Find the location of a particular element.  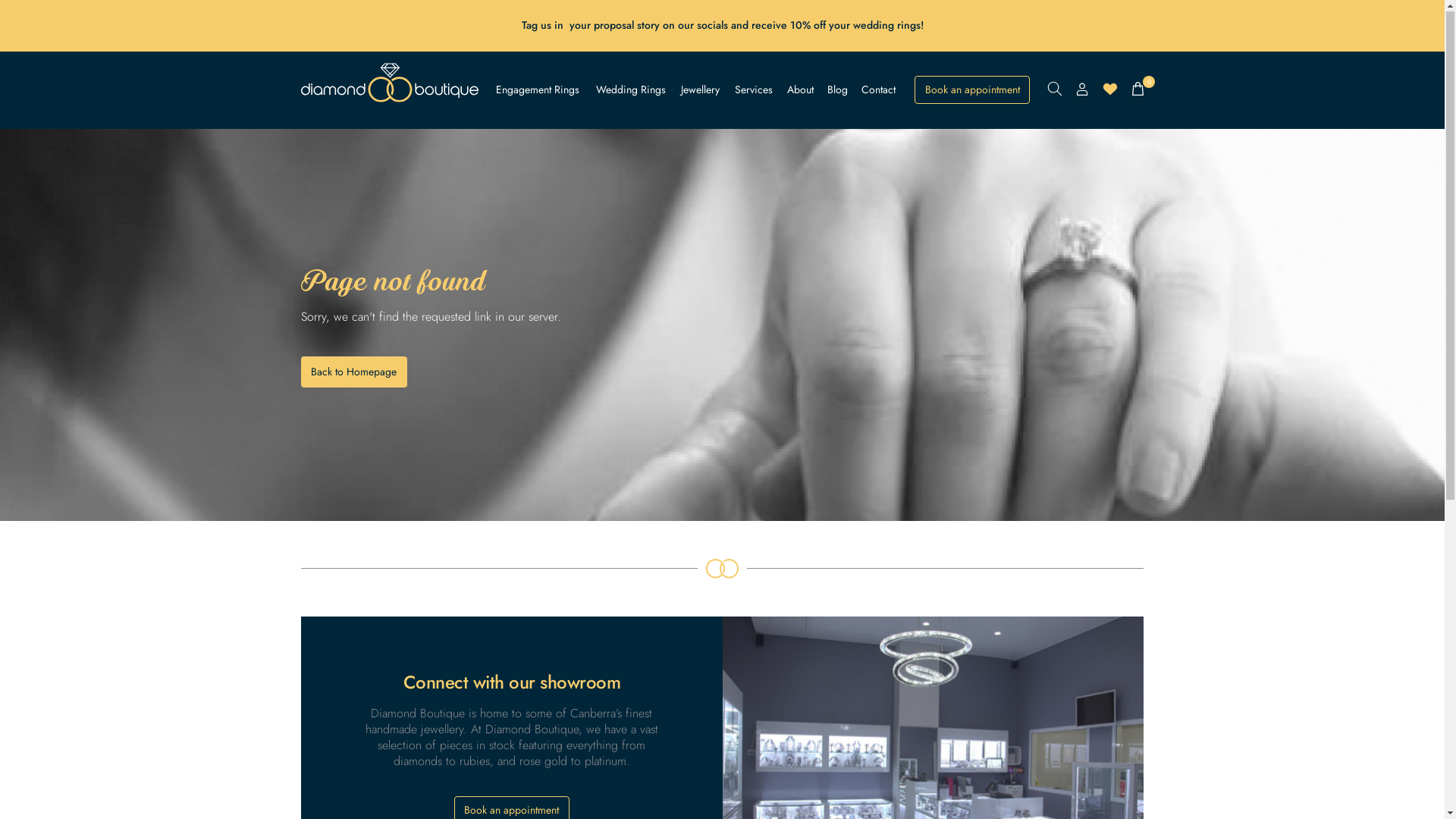

'Back to Homepage' is located at coordinates (353, 372).